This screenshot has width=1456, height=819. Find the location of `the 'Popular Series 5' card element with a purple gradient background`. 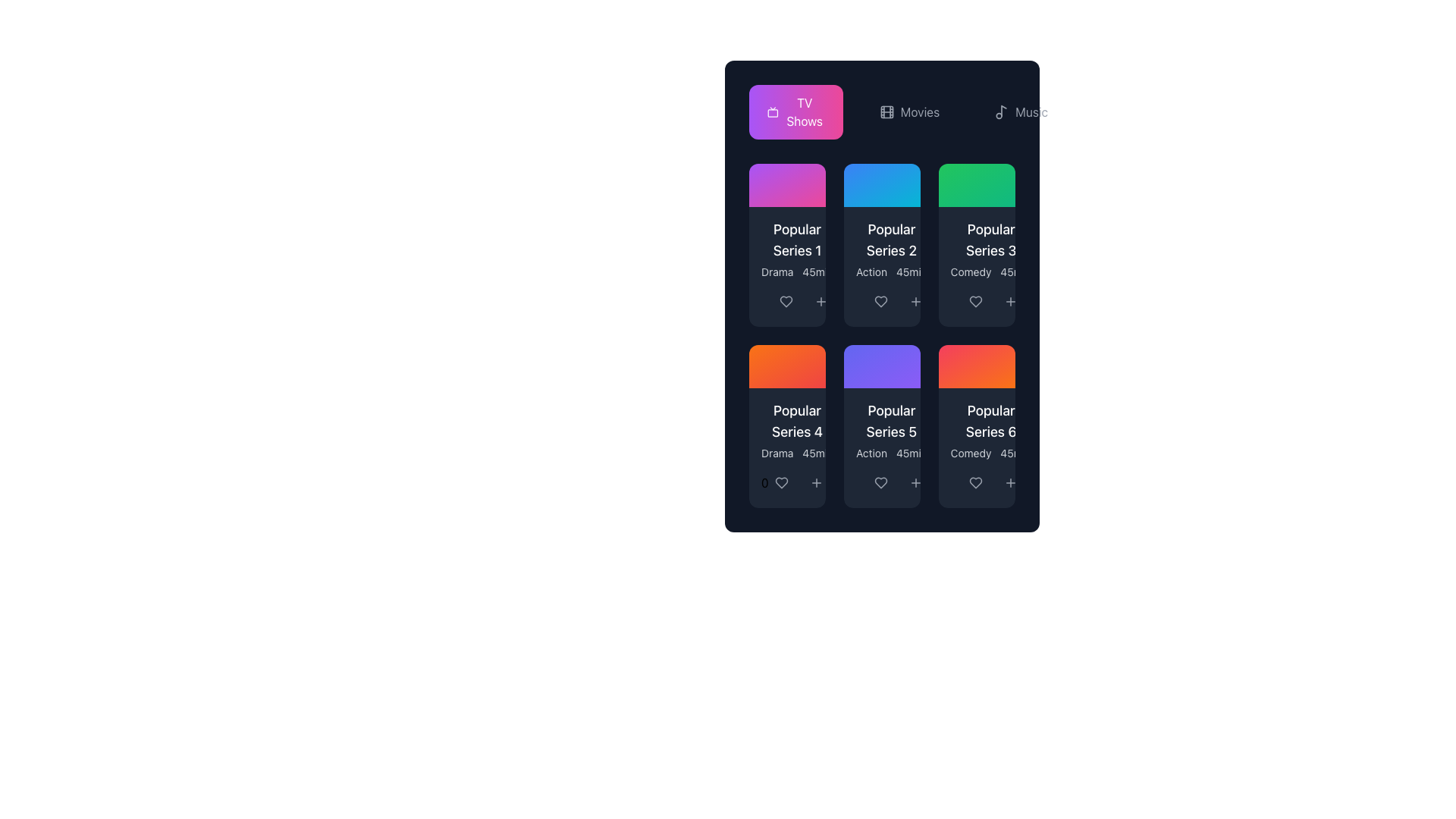

the 'Popular Series 5' card element with a purple gradient background is located at coordinates (882, 334).